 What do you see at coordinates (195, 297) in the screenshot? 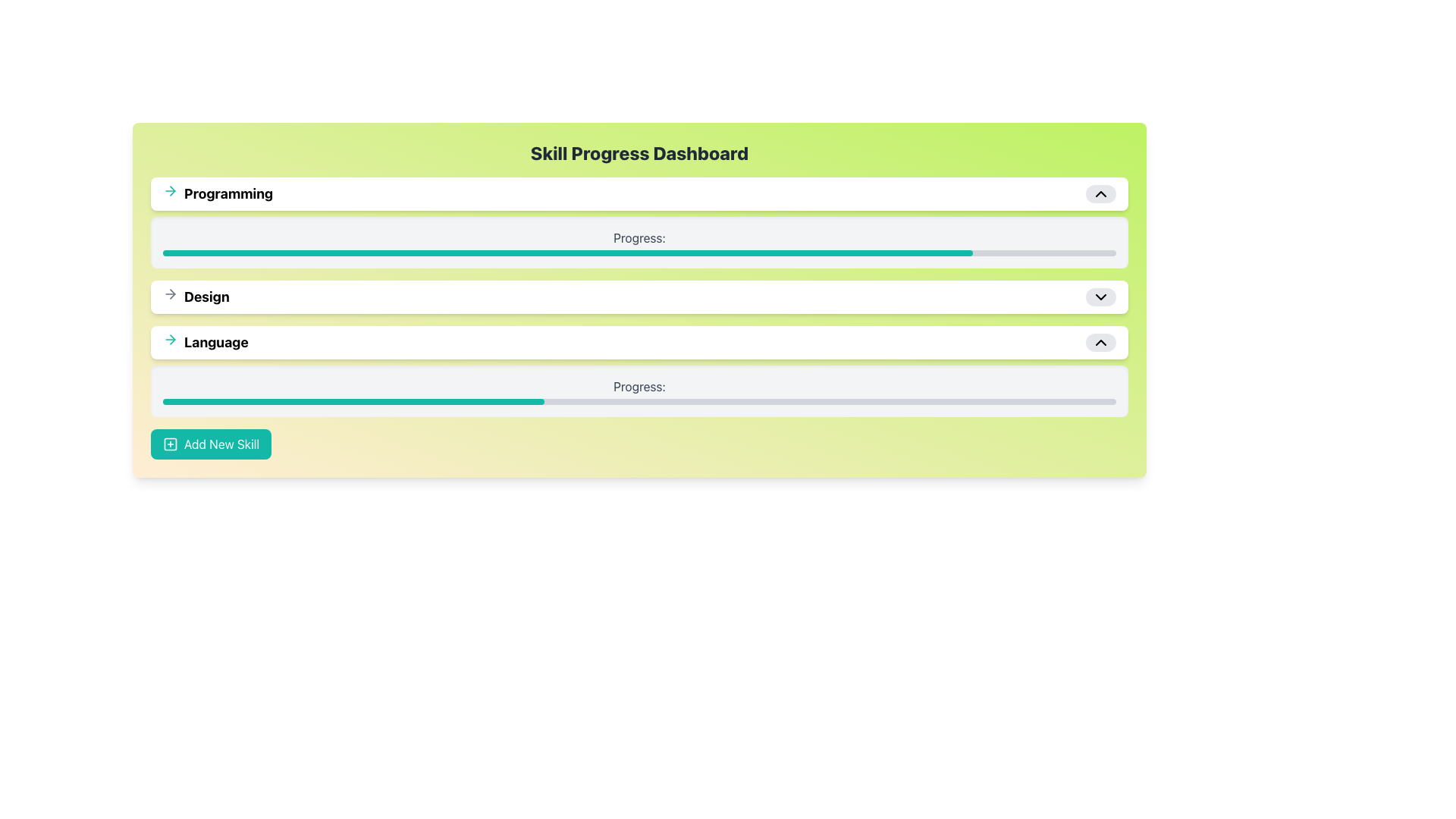
I see `the Text label indicating the subsection of 'Design' in the Skill Progress Dashboard, positioned between 'Programming' and 'Language'` at bounding box center [195, 297].